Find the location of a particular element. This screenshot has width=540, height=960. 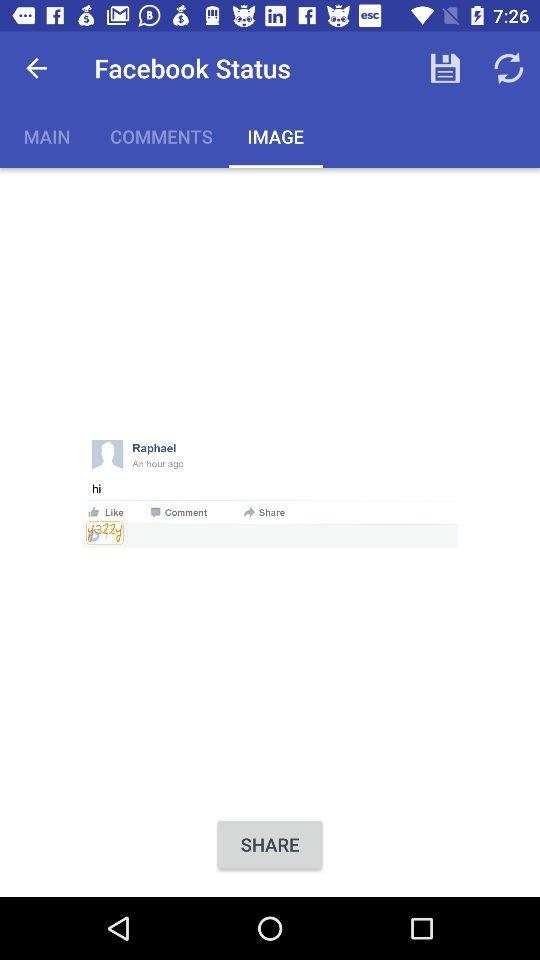

app next to facebook status icon is located at coordinates (36, 68).